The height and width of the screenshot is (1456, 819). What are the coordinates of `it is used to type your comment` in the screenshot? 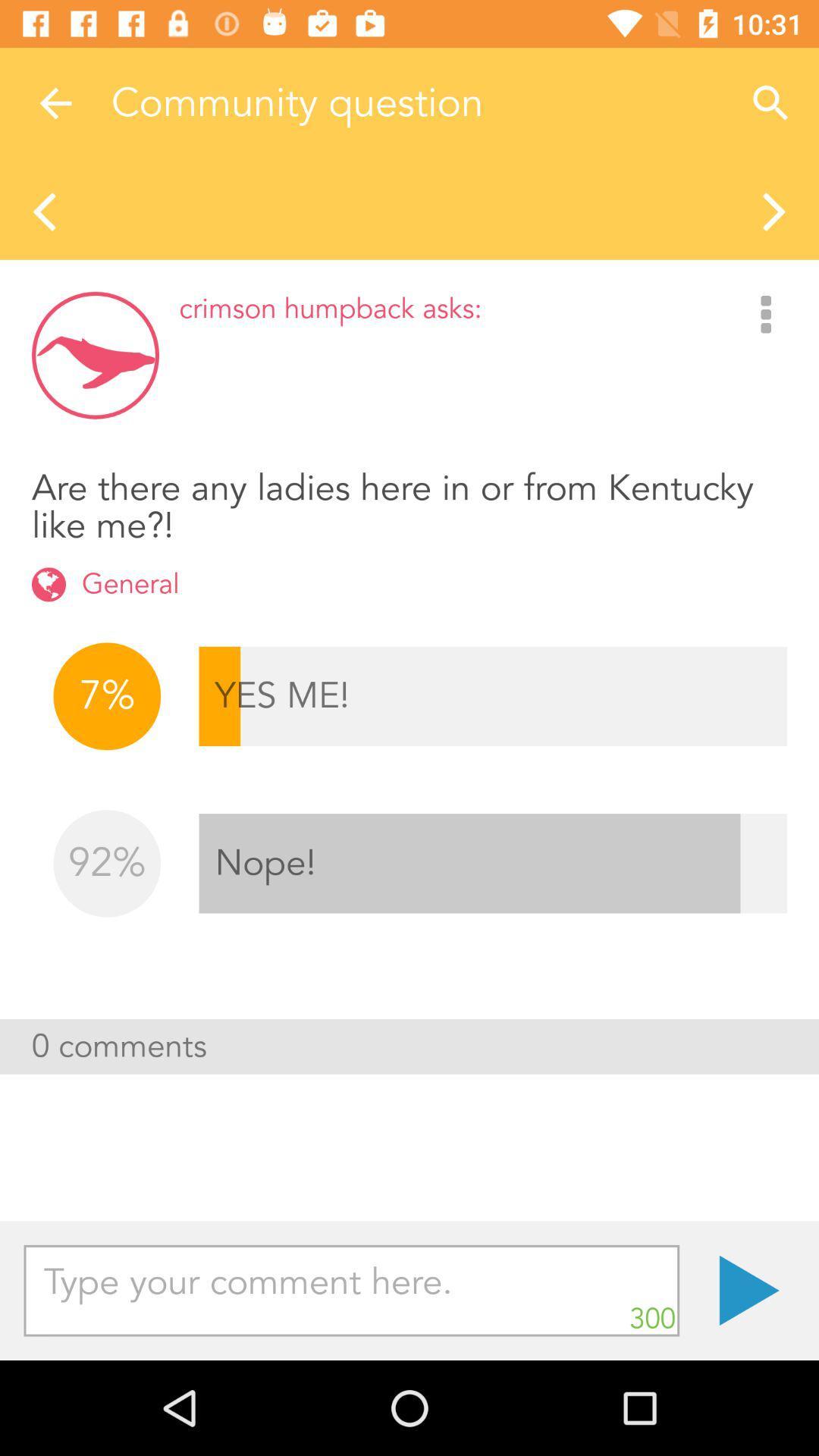 It's located at (351, 1290).